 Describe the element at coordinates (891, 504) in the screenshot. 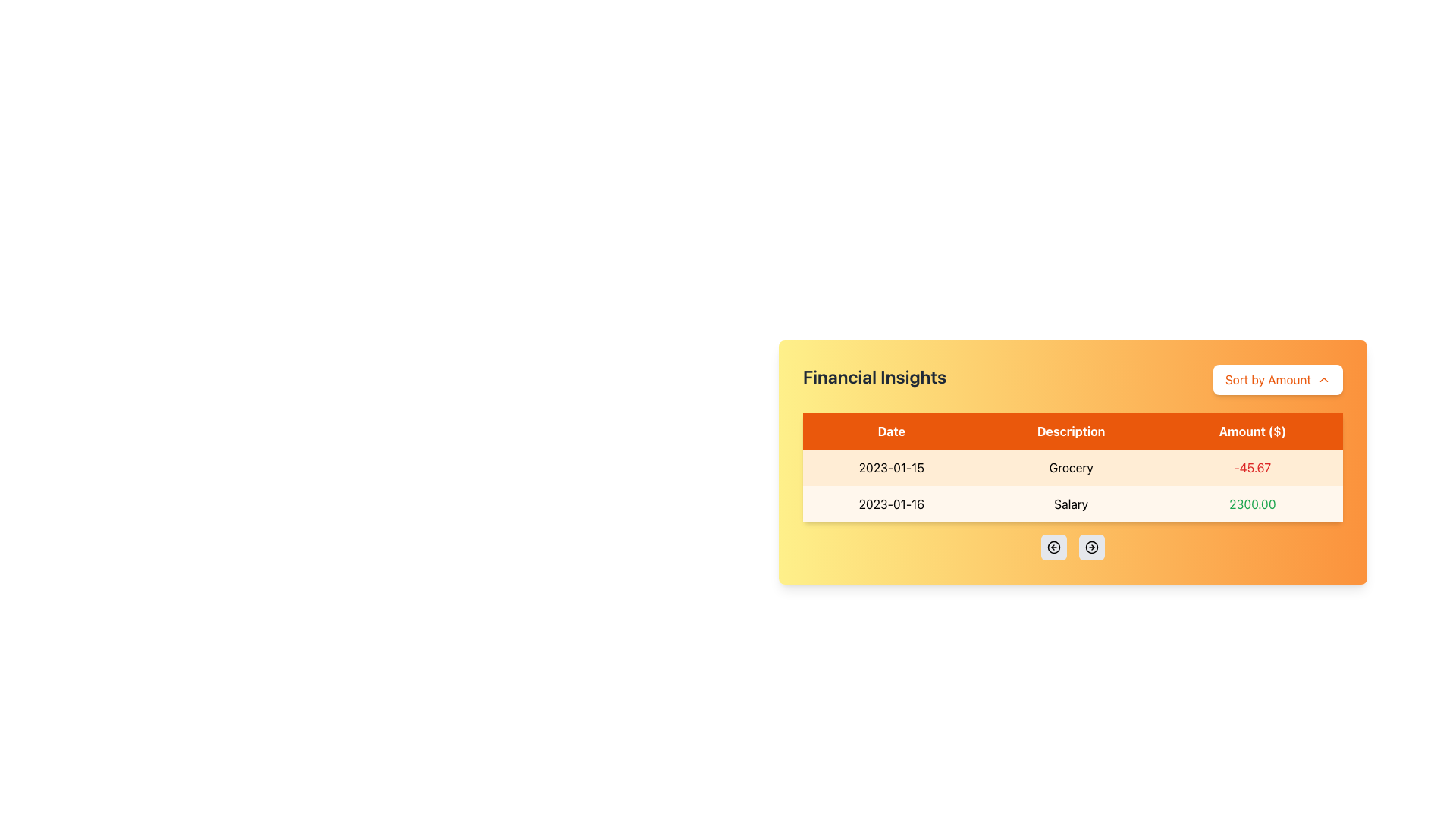

I see `the static text field displaying '2023-01-16' which is located in the first column of the second row under the 'Date' header in the tabular layout` at that location.